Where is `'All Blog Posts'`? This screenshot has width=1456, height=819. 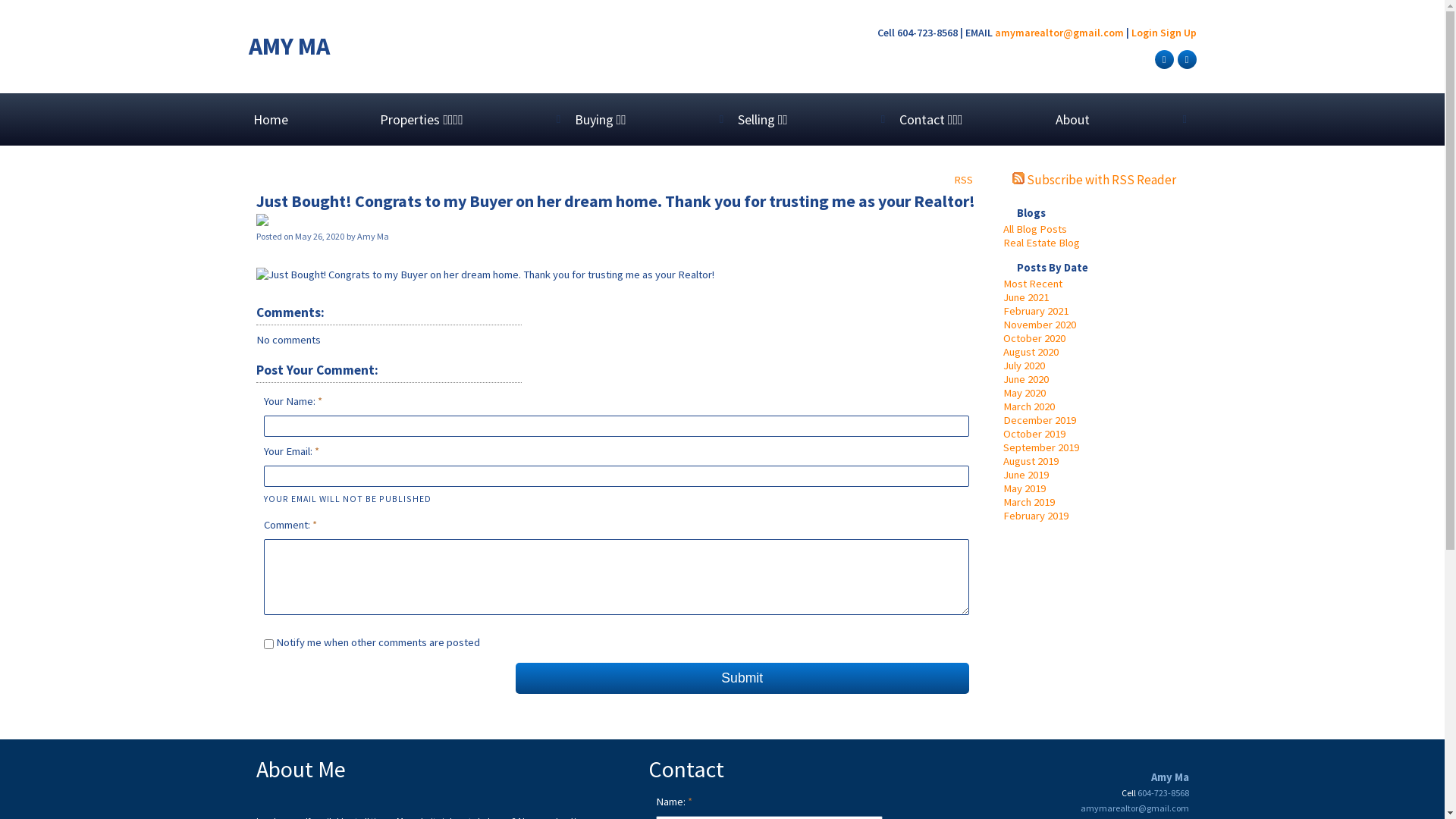
'All Blog Posts' is located at coordinates (1033, 228).